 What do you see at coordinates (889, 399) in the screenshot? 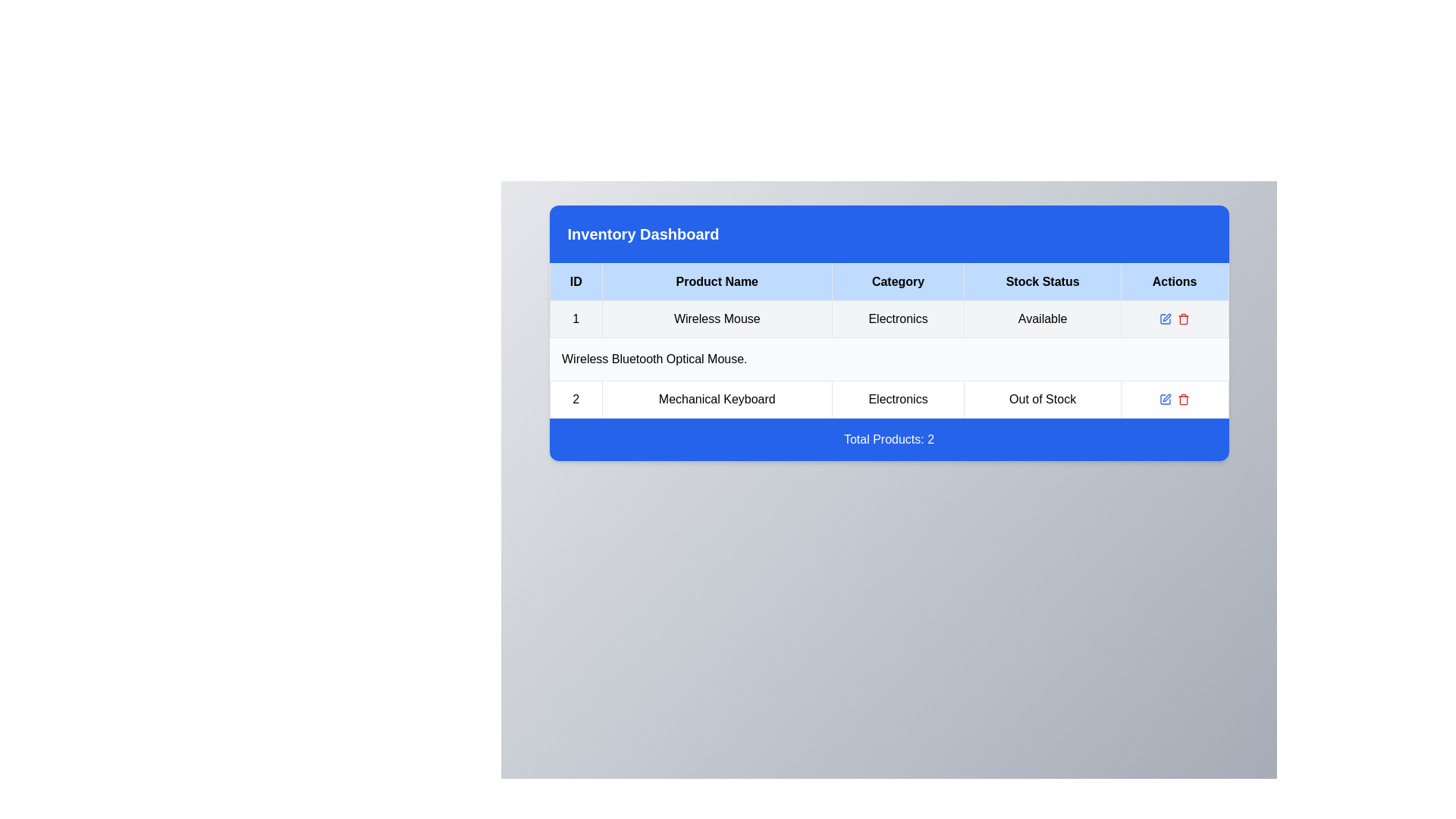
I see `the second row of the table in the 'Inventory Dashboard' section` at bounding box center [889, 399].